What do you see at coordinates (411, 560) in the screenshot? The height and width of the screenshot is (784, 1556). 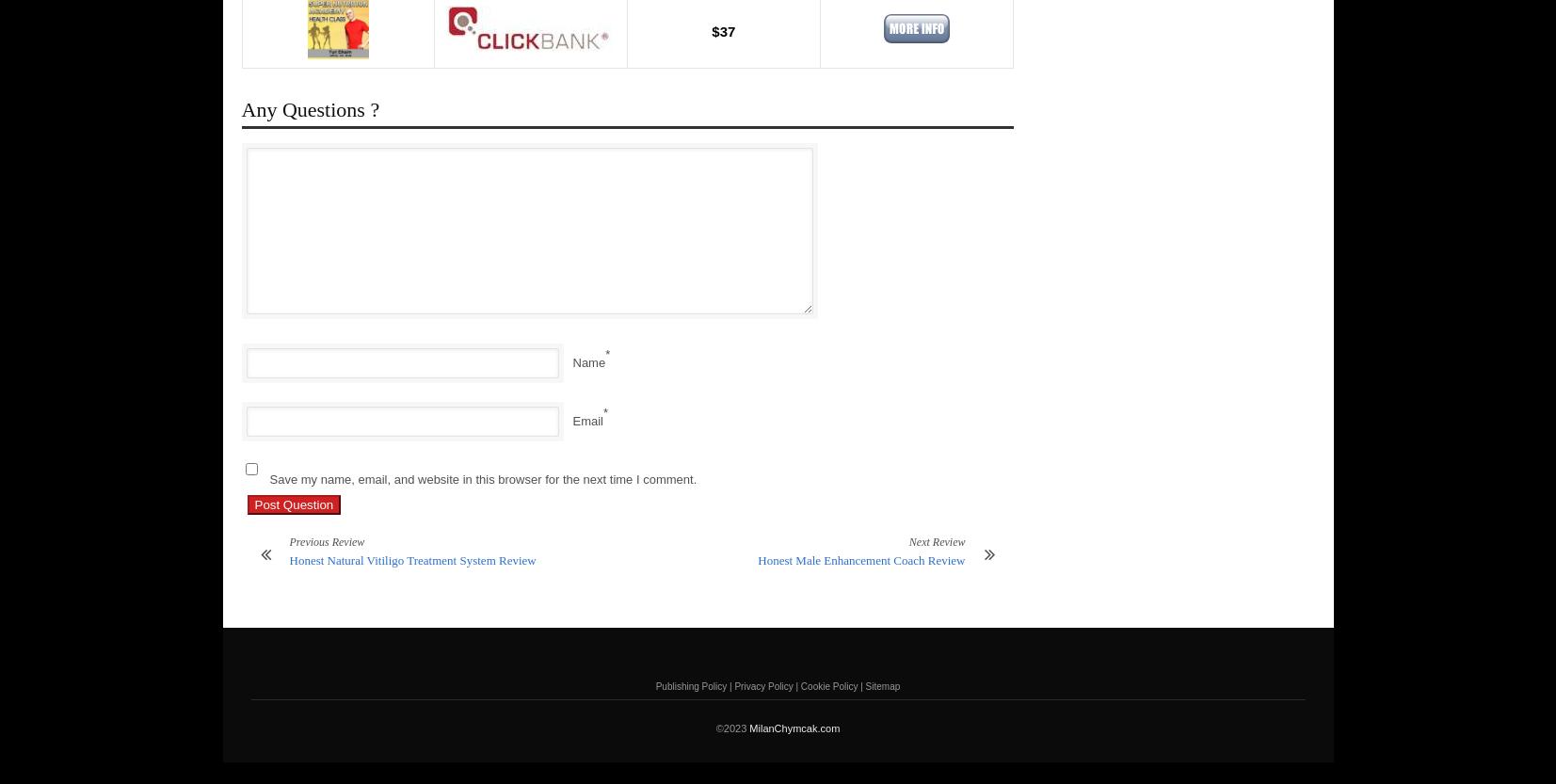 I see `'Honest Natural Vitiligo Treatment System Review'` at bounding box center [411, 560].